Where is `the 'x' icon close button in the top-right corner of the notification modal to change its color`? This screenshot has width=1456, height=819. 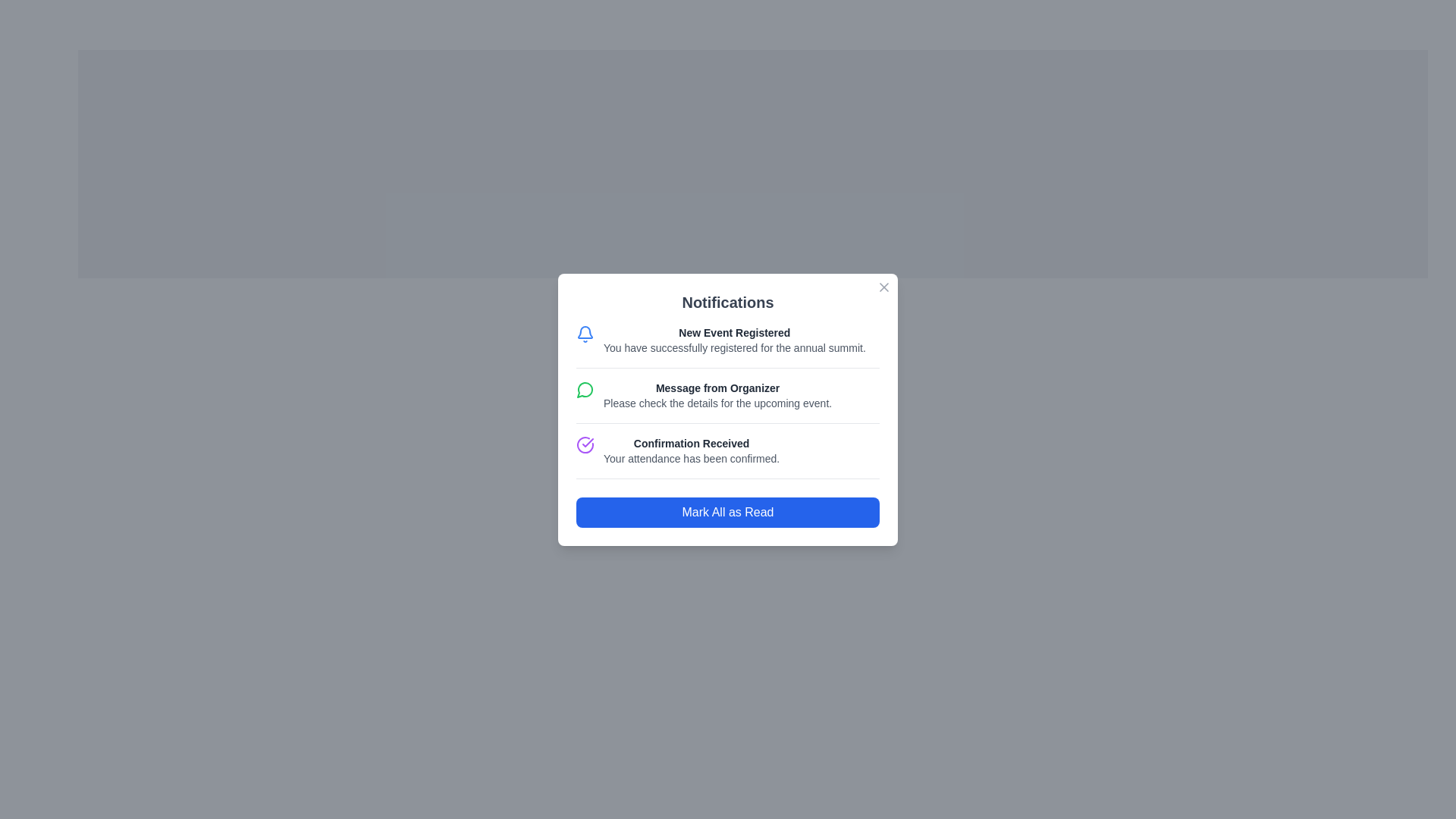 the 'x' icon close button in the top-right corner of the notification modal to change its color is located at coordinates (884, 287).